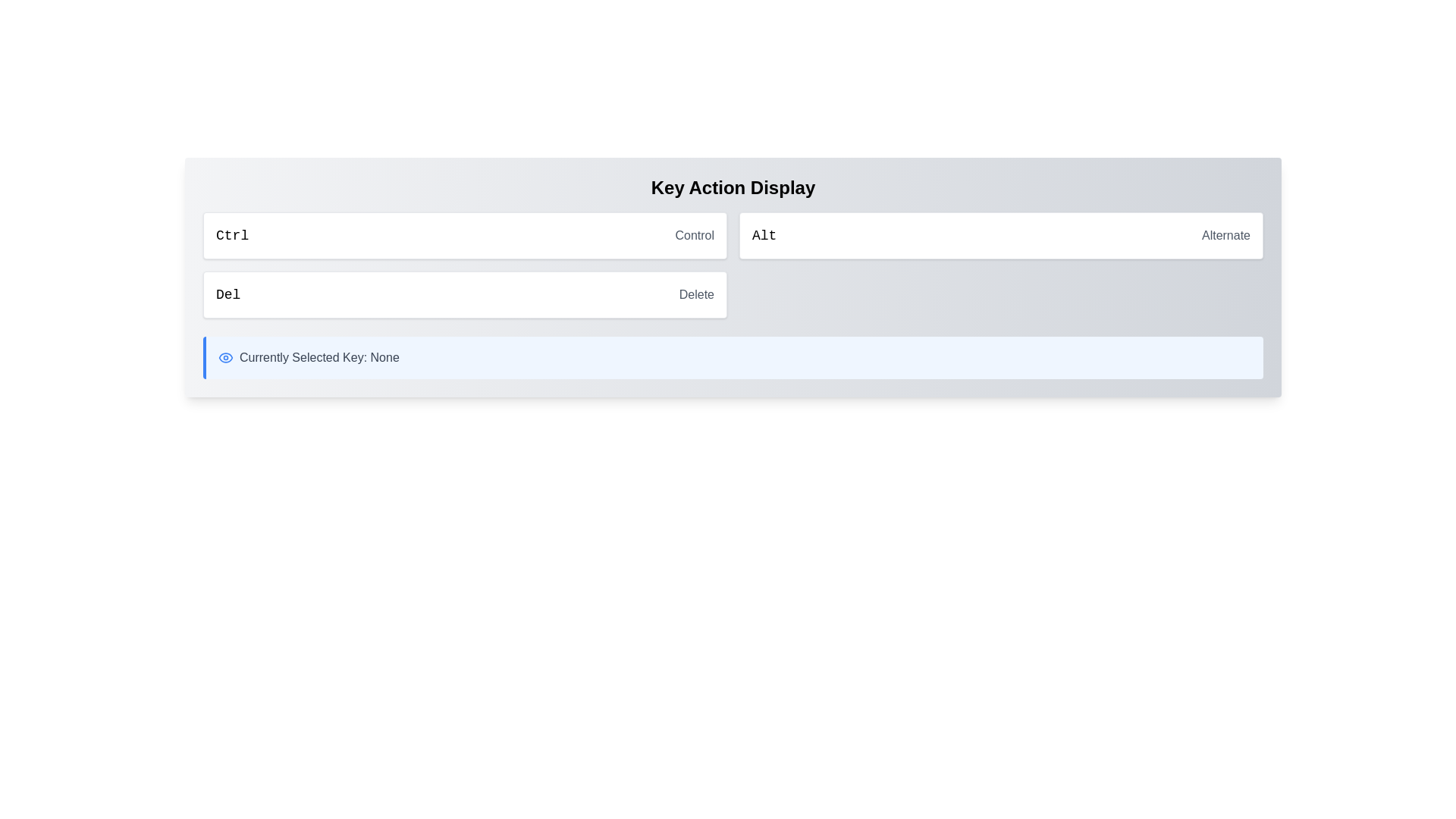 The image size is (1456, 819). I want to click on the Text label that serves as a key identifier, positioned to the left of the 'Alternate' text, aligning horizontally near the center of the page, so click(764, 236).